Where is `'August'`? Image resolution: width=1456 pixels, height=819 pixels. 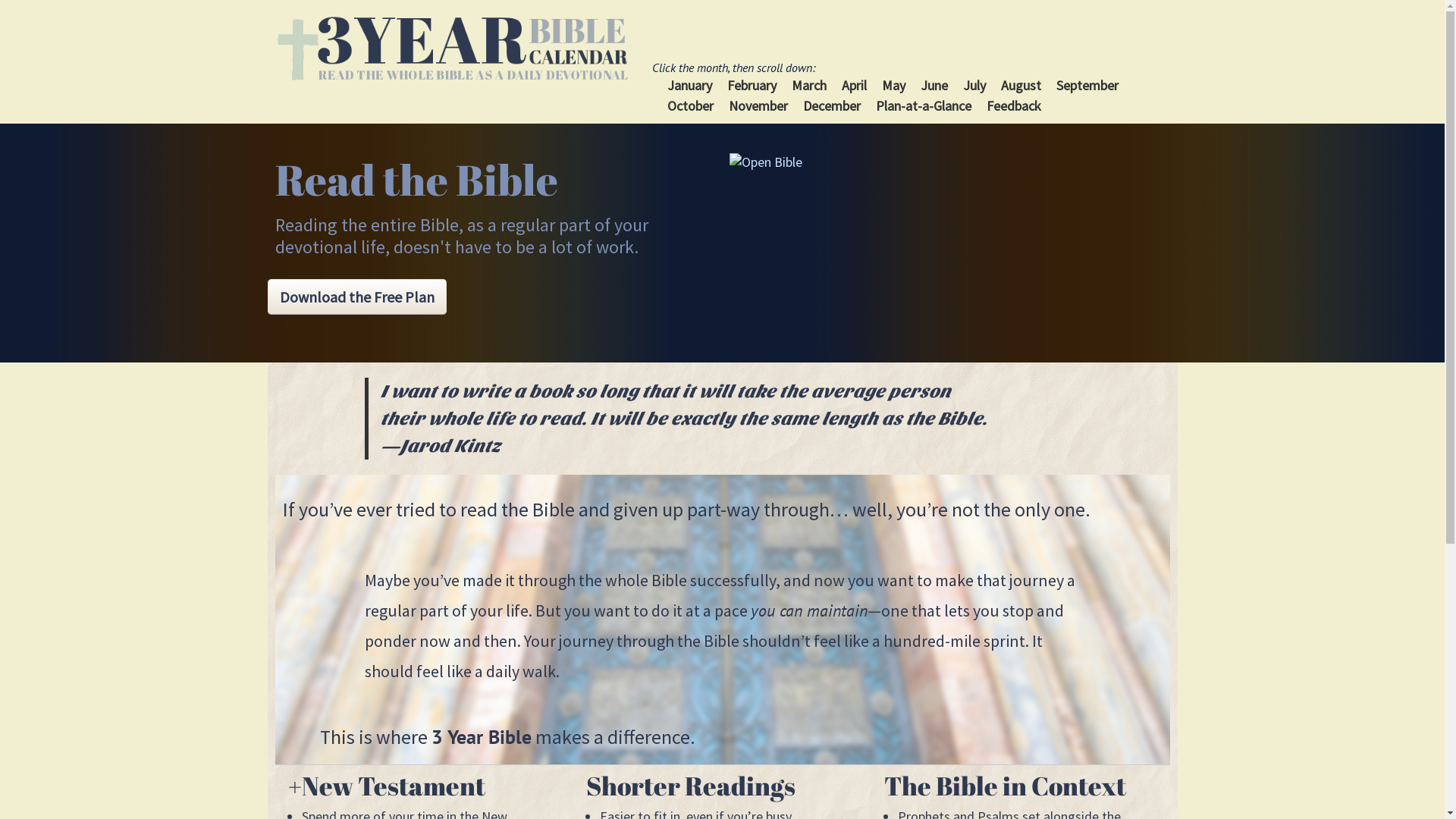 'August' is located at coordinates (1021, 85).